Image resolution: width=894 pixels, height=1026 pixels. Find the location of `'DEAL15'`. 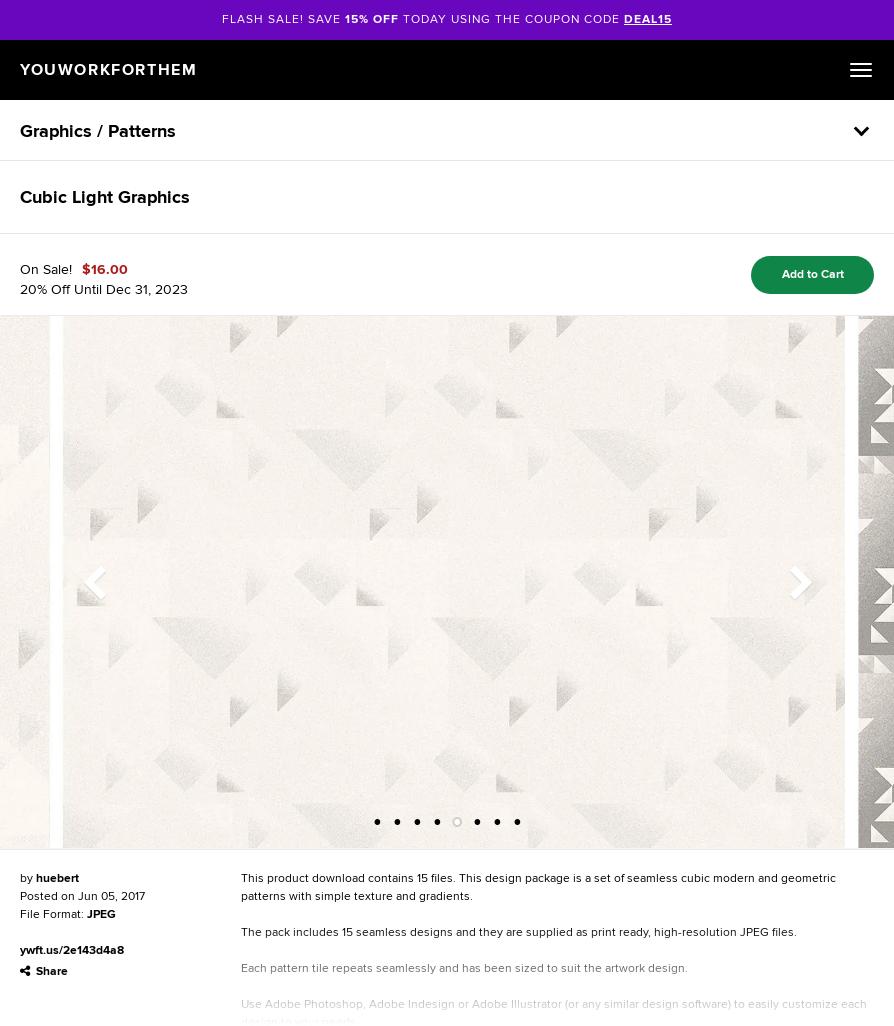

'DEAL15' is located at coordinates (647, 19).